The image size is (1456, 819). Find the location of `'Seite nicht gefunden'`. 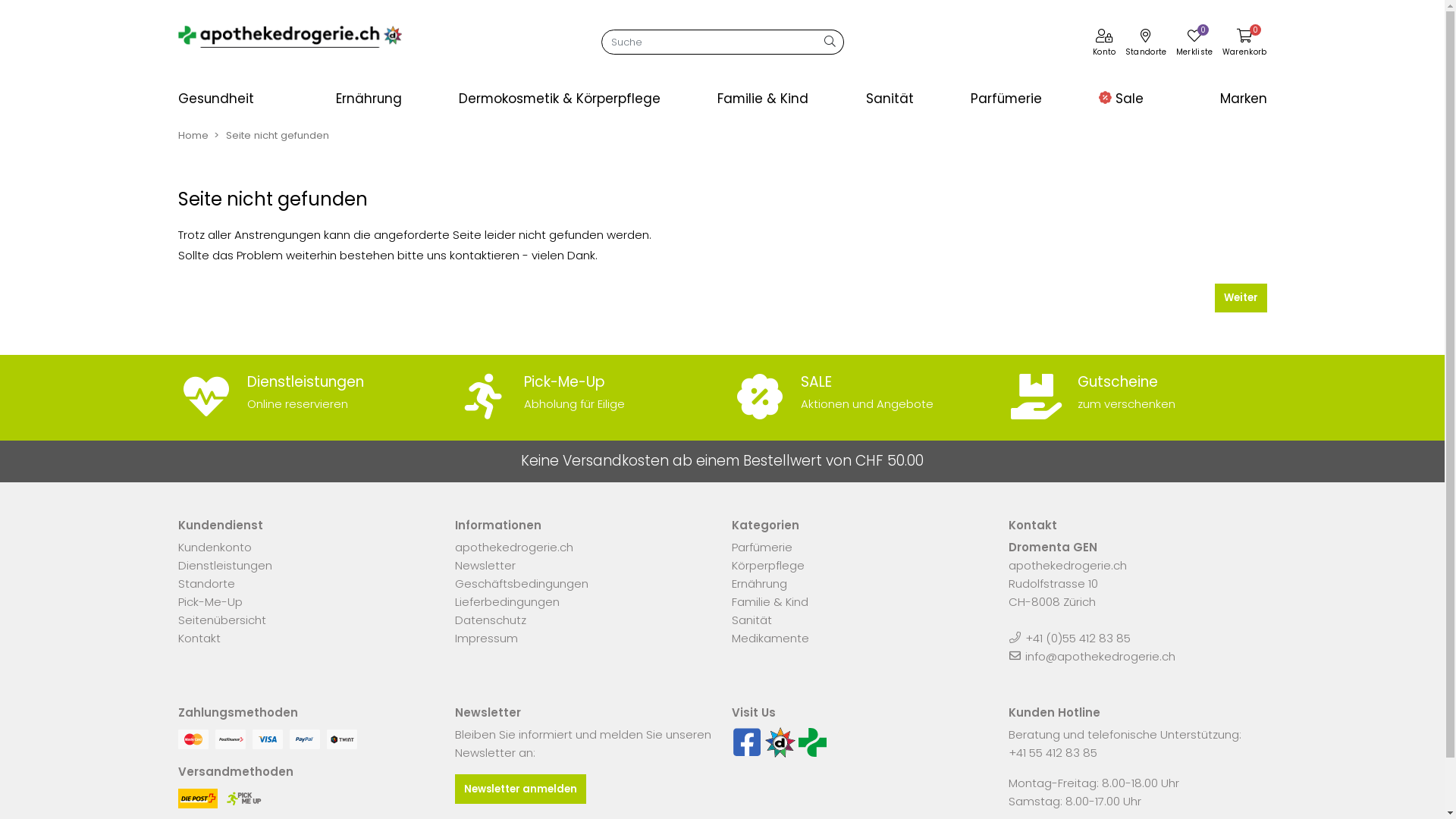

'Seite nicht gefunden' is located at coordinates (277, 134).